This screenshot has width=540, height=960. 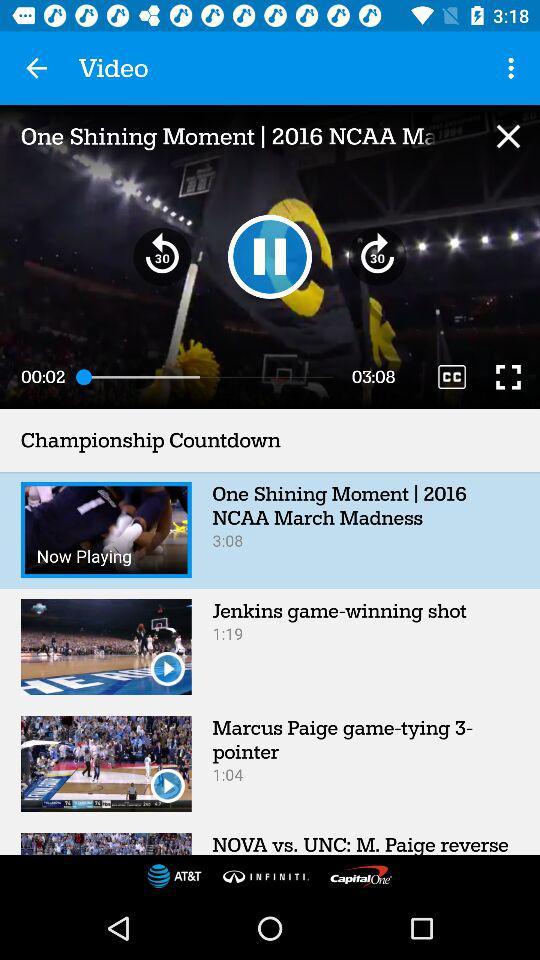 What do you see at coordinates (452, 376) in the screenshot?
I see `cc` at bounding box center [452, 376].